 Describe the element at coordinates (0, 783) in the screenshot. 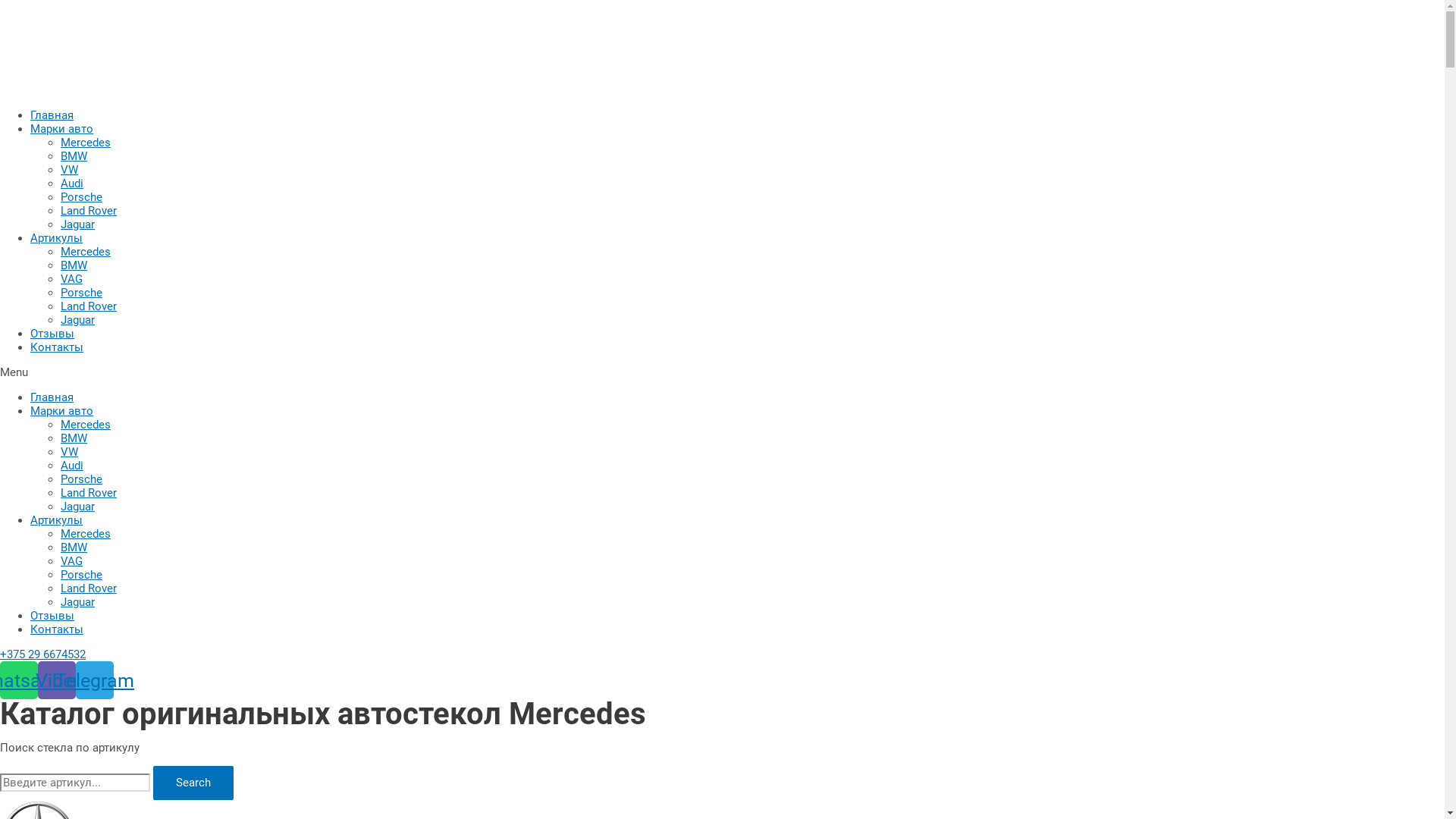

I see `'Search'` at that location.